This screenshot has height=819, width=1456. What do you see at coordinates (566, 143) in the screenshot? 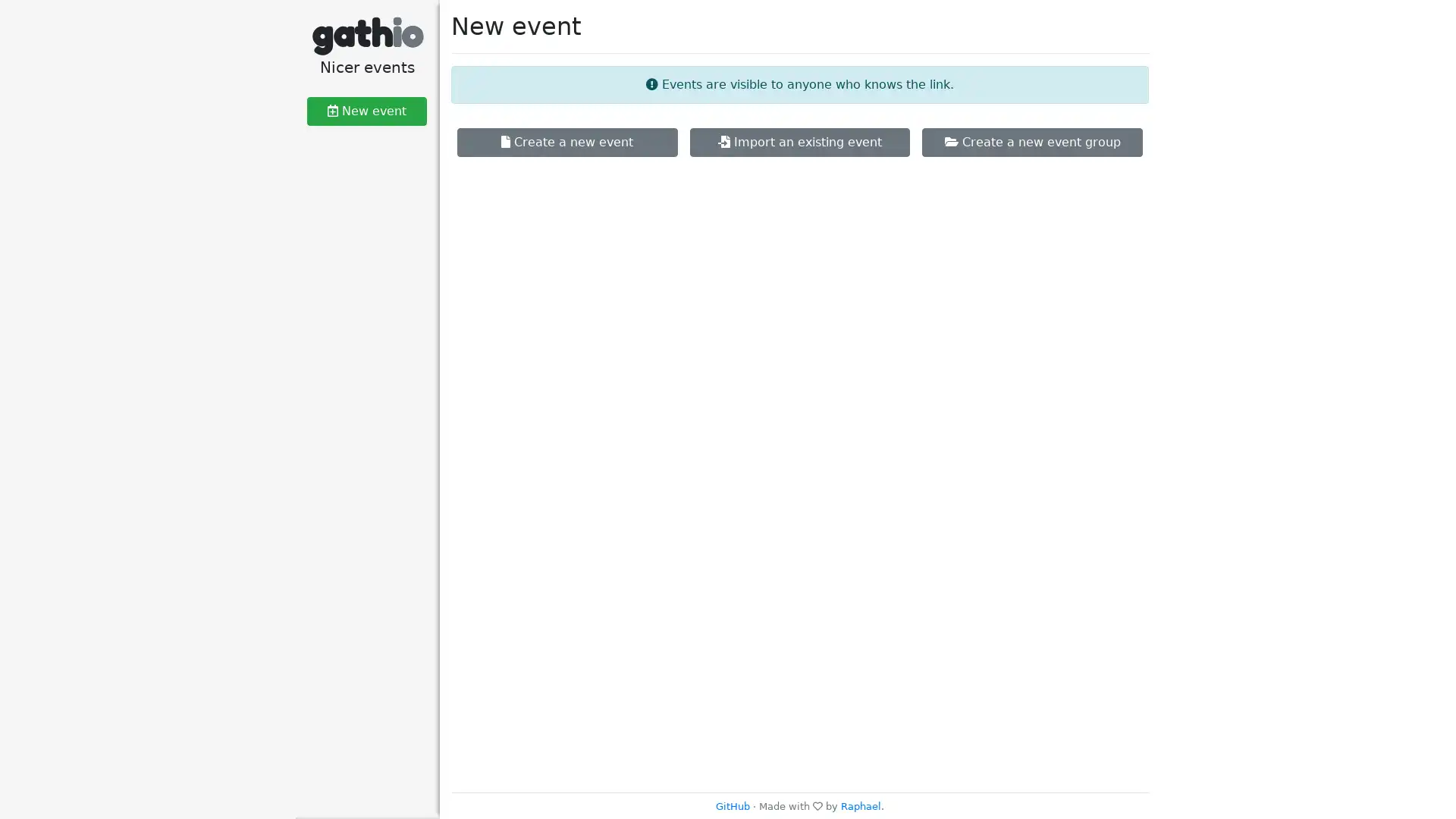
I see `Create a new event` at bounding box center [566, 143].